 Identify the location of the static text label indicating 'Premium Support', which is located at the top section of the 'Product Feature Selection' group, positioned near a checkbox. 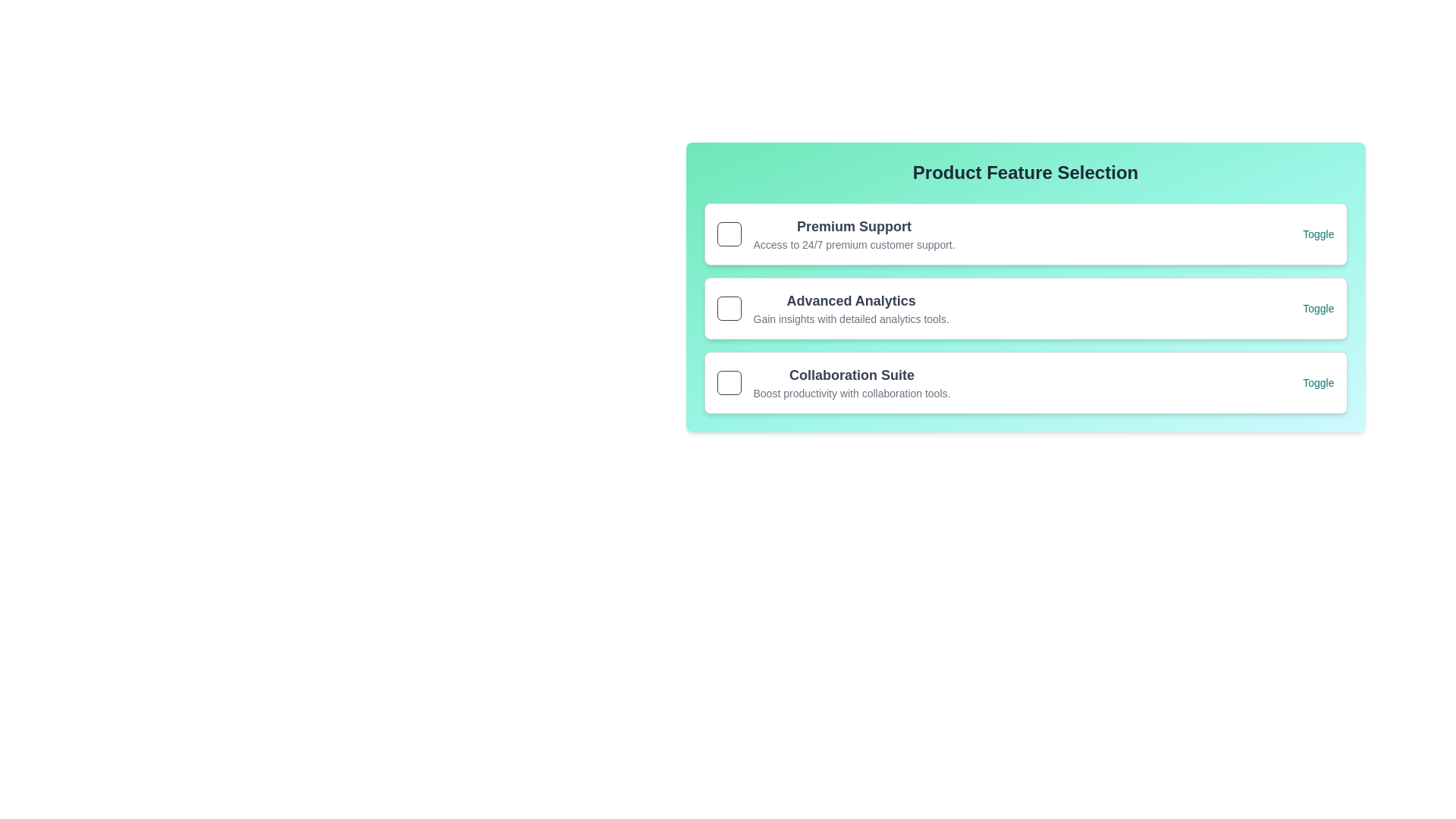
(854, 227).